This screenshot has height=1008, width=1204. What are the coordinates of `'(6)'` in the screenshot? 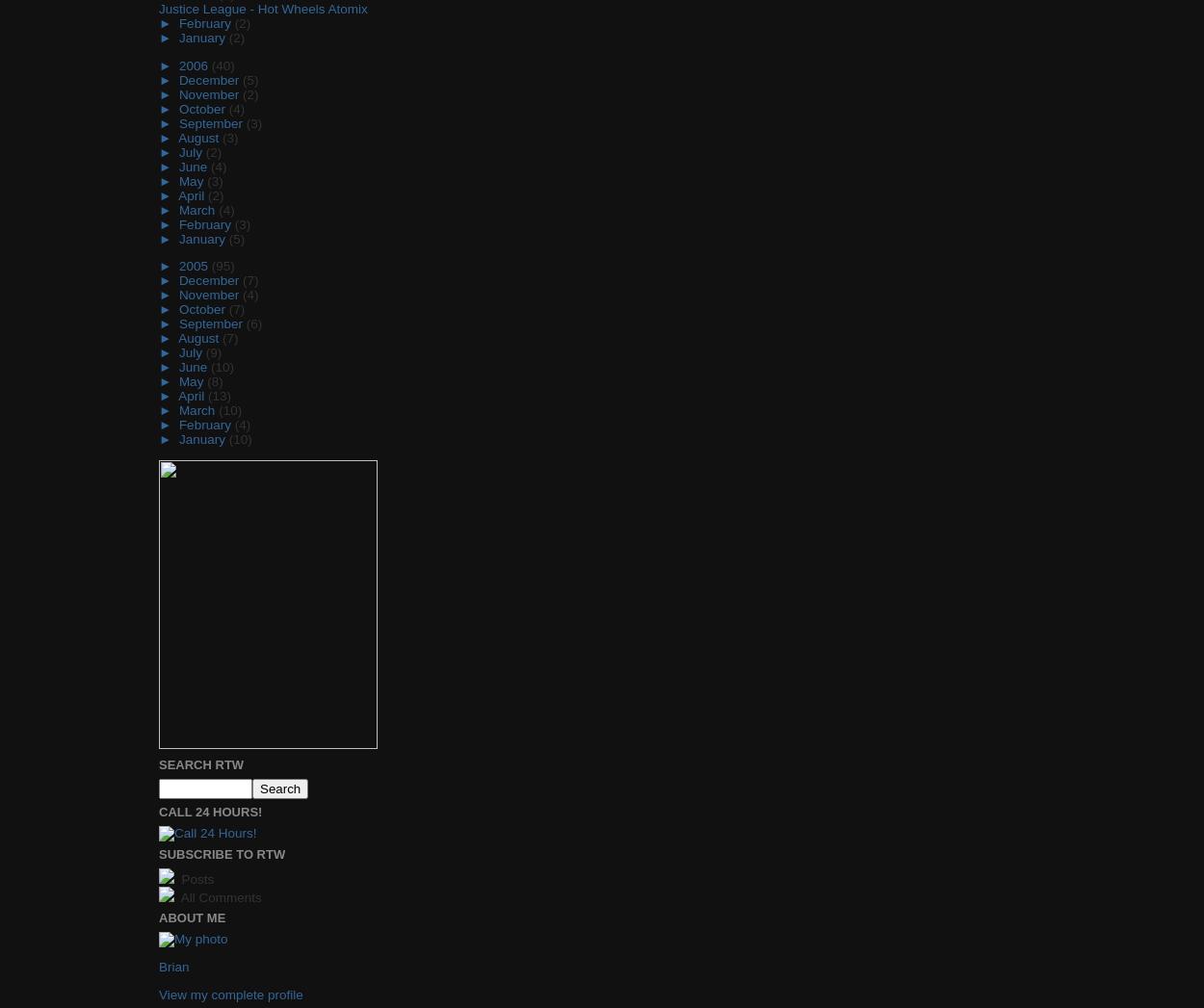 It's located at (253, 323).